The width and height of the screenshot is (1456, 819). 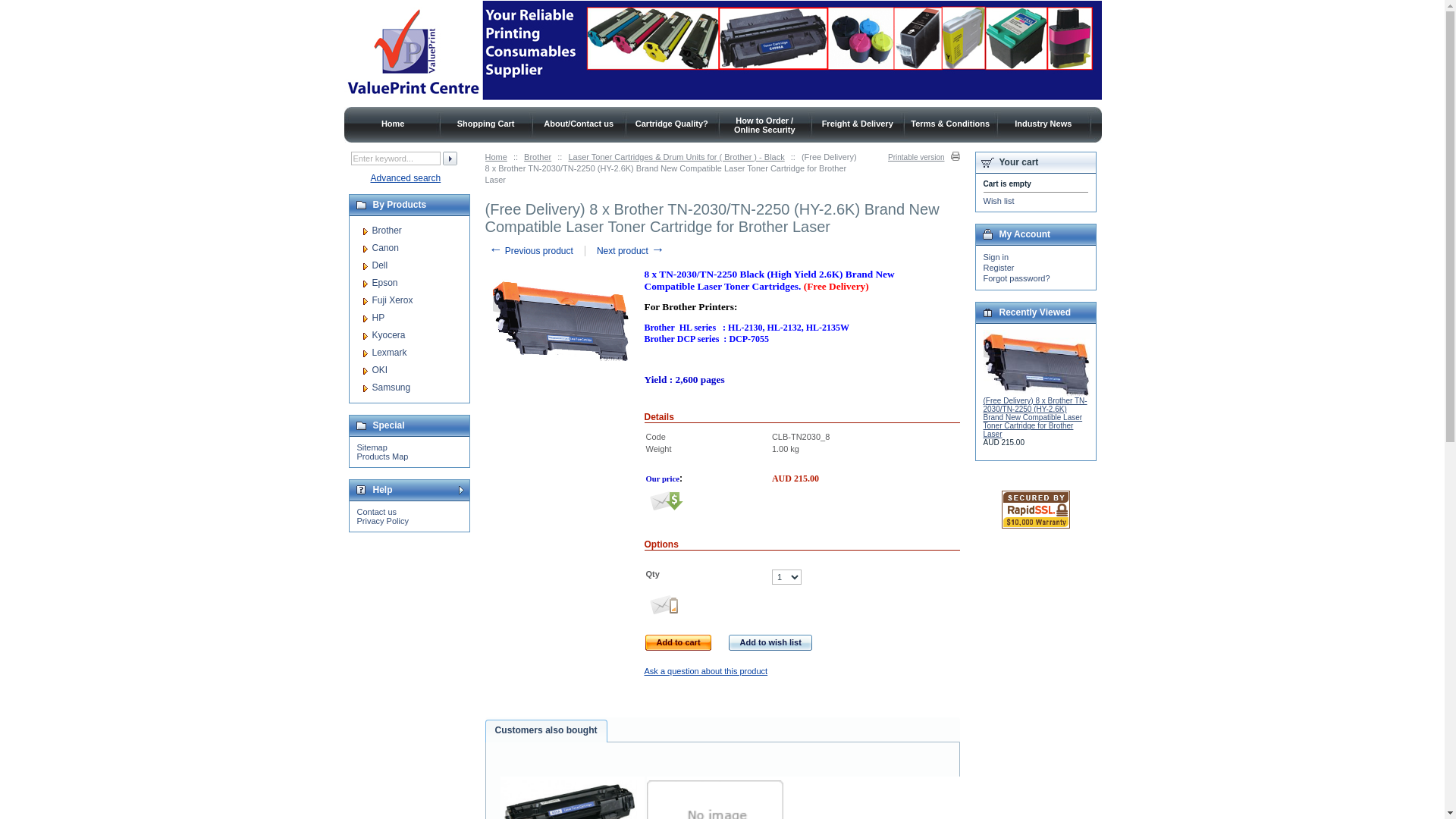 What do you see at coordinates (371, 247) in the screenshot?
I see `'Canon'` at bounding box center [371, 247].